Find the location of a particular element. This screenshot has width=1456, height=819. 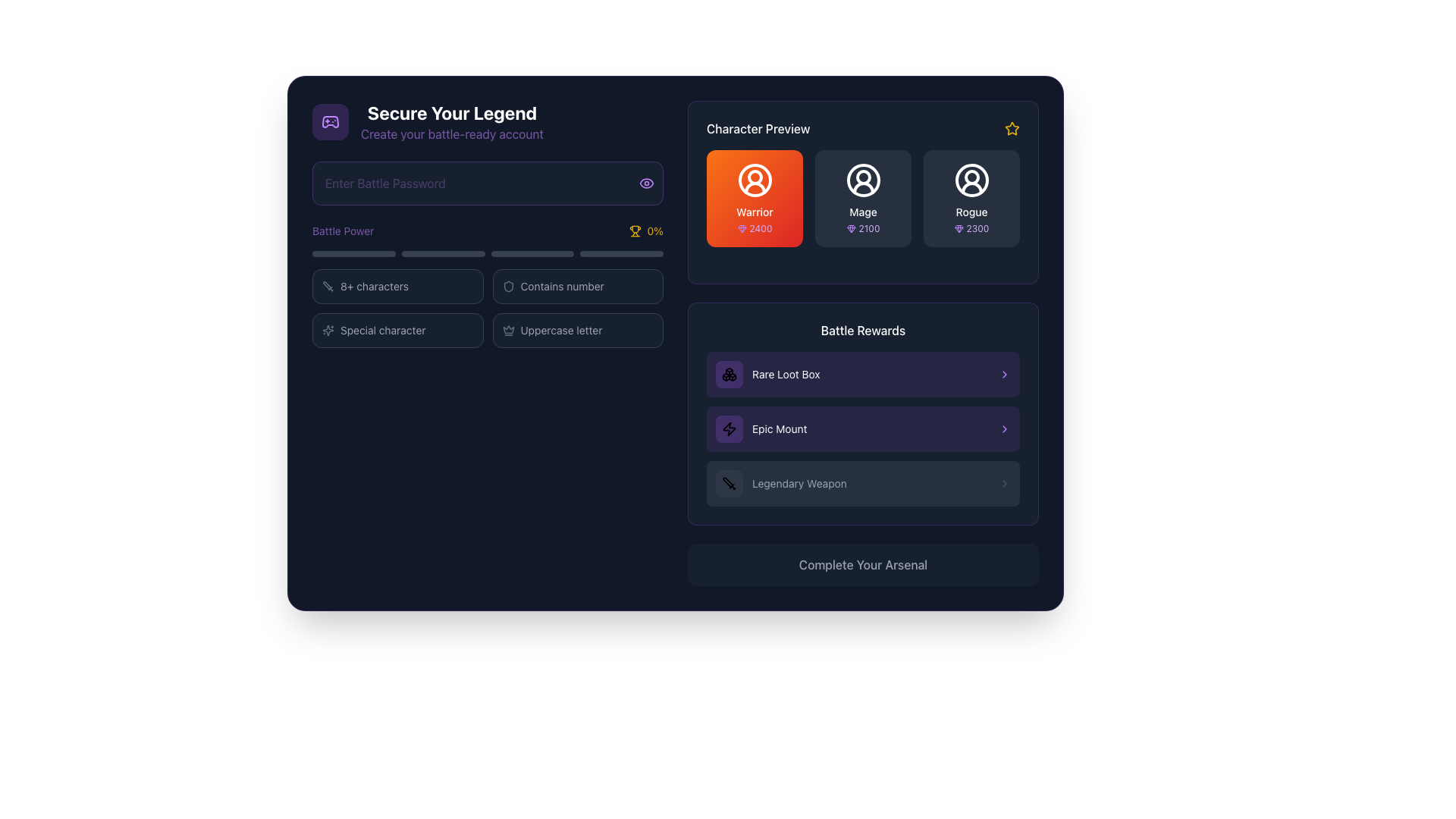

the lightning bolt icon located in the 'Battle Rewards' section, which is centrally positioned in a rounded rectangular box with a semi-transparent purple background is located at coordinates (729, 429).